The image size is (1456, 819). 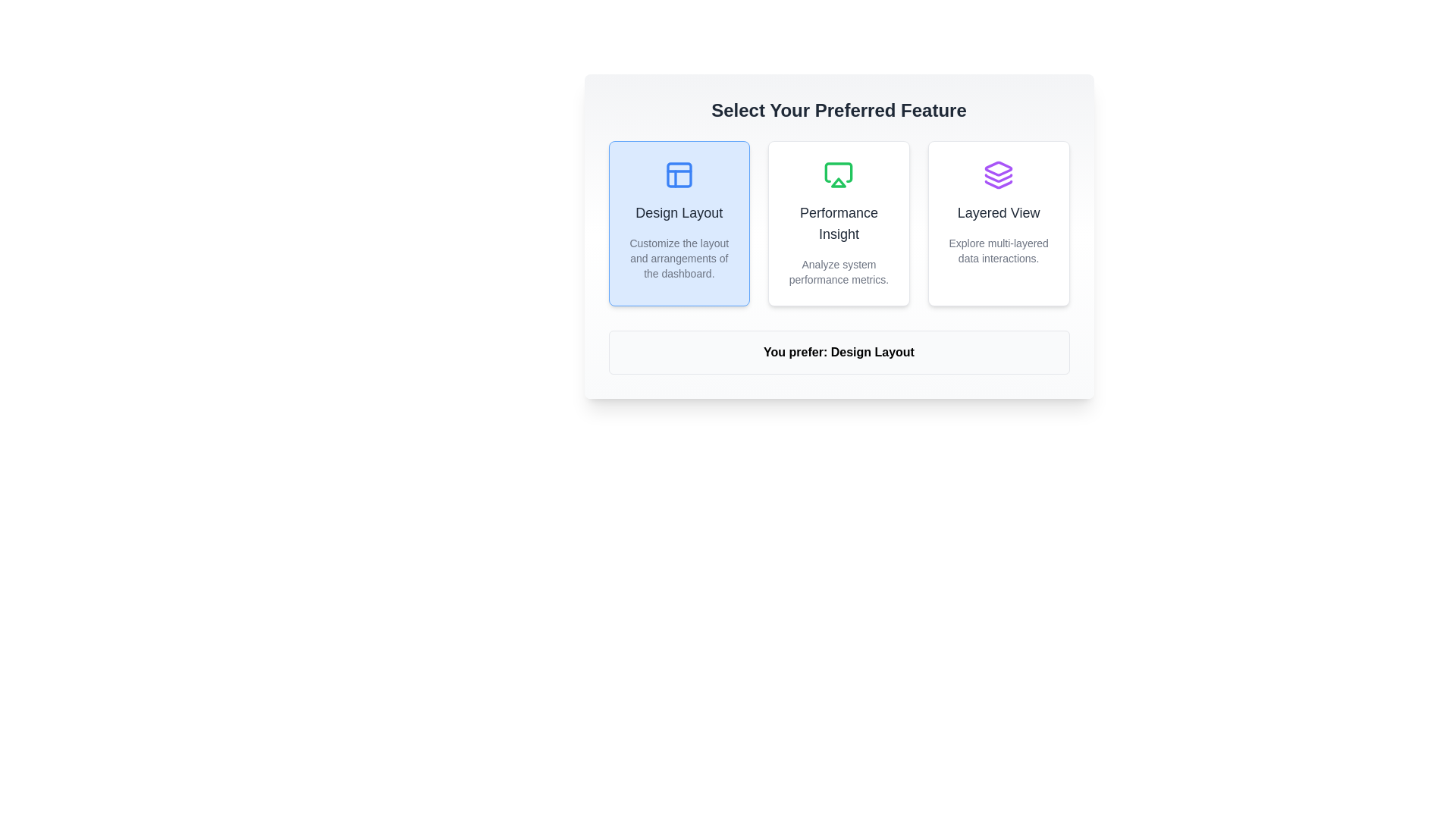 What do you see at coordinates (678, 174) in the screenshot?
I see `the primary rectangular section within the 'Design Layout' option card in the interface` at bounding box center [678, 174].